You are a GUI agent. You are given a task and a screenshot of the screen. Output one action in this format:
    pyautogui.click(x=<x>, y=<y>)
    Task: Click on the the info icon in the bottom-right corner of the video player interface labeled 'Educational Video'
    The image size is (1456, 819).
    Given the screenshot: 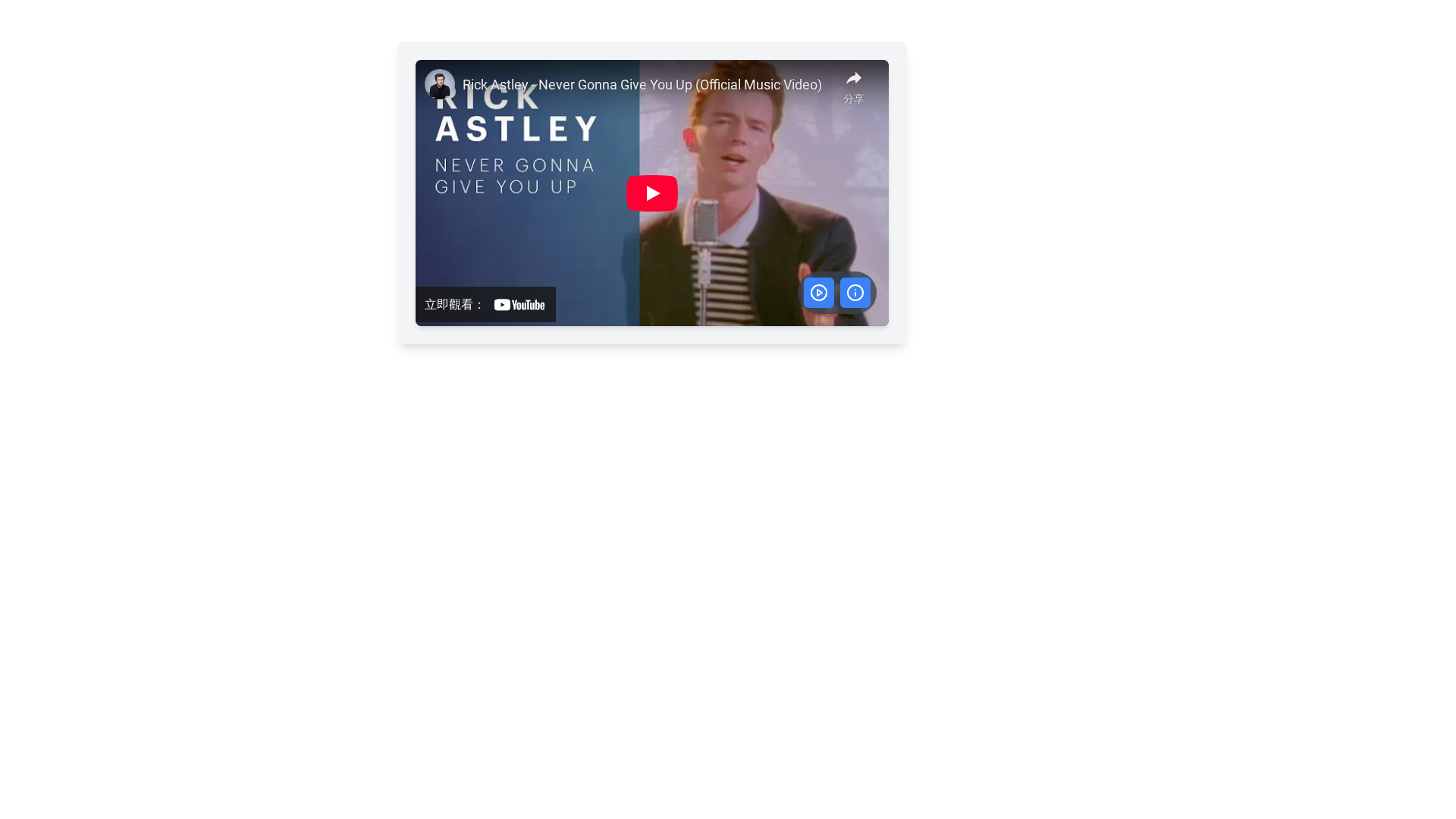 What is the action you would take?
    pyautogui.click(x=836, y=292)
    